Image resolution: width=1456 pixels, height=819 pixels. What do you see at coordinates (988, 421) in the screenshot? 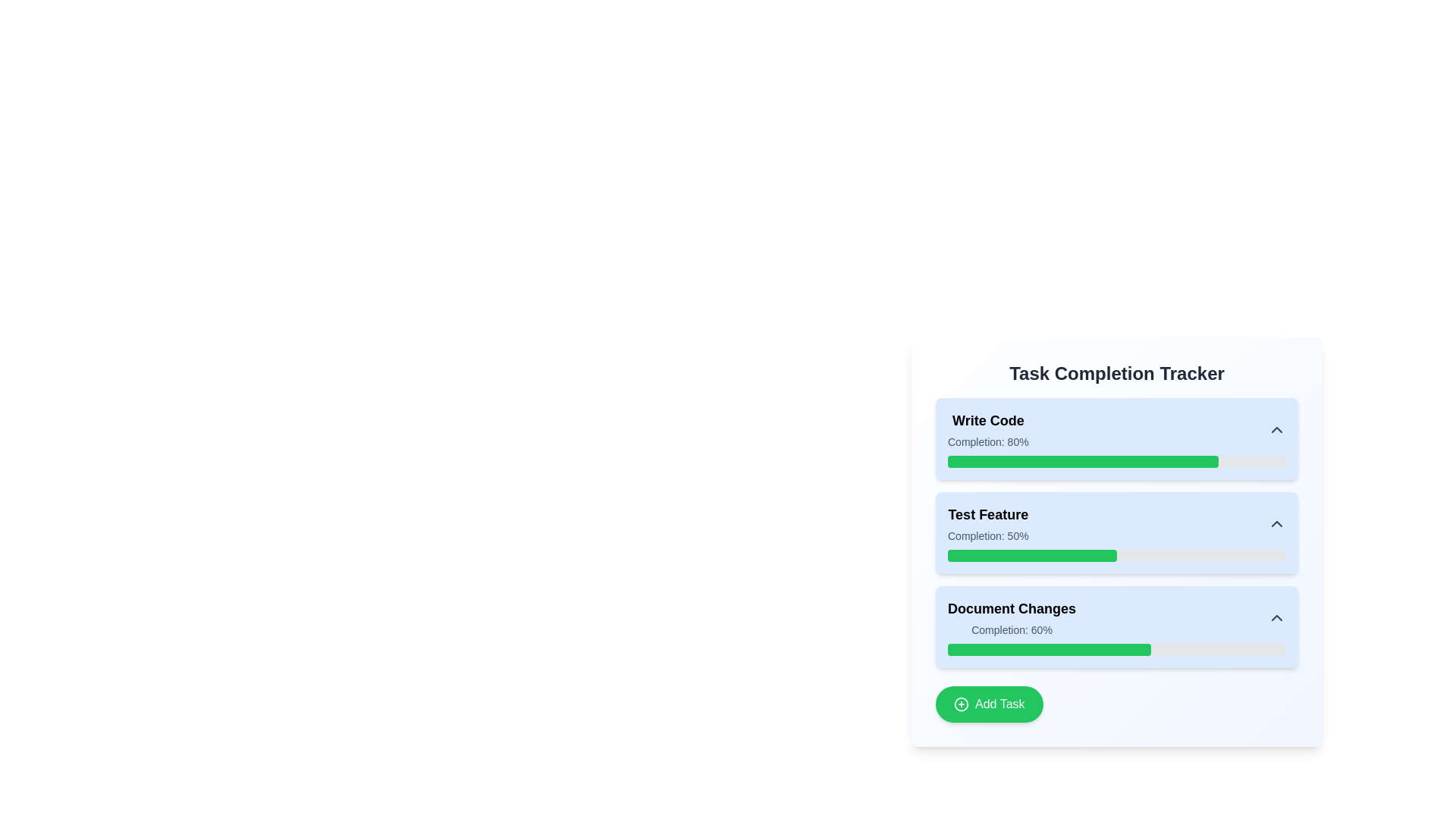
I see `the text label that reads 'Write Code', which is styled in a large, bold font and is positioned at the top of the module indicating task details` at bounding box center [988, 421].